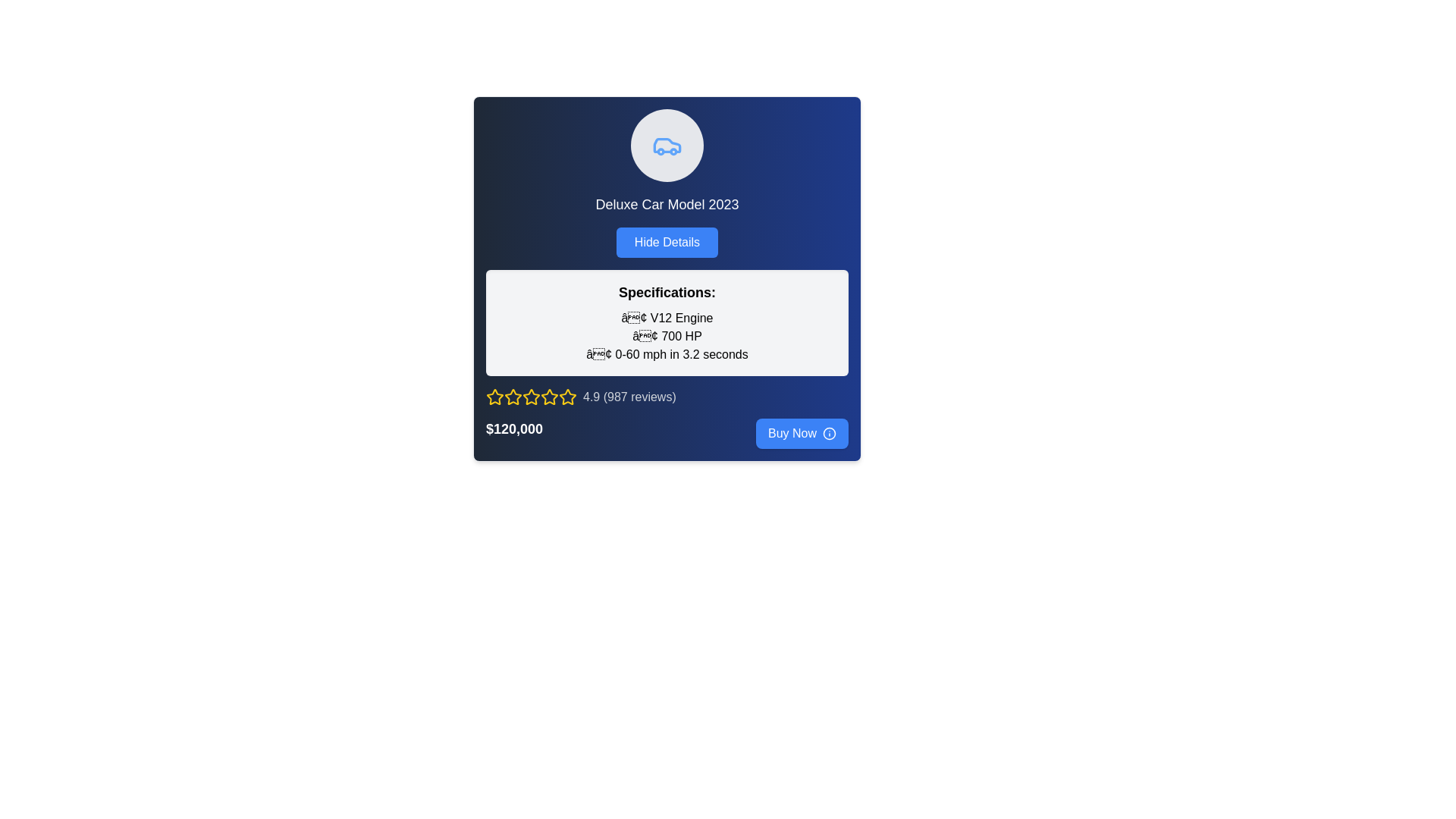  What do you see at coordinates (513, 397) in the screenshot?
I see `the yellow star icon with an outlined appearance, which is the third star from the left in a row of five stars, located slightly below the center of the card component` at bounding box center [513, 397].